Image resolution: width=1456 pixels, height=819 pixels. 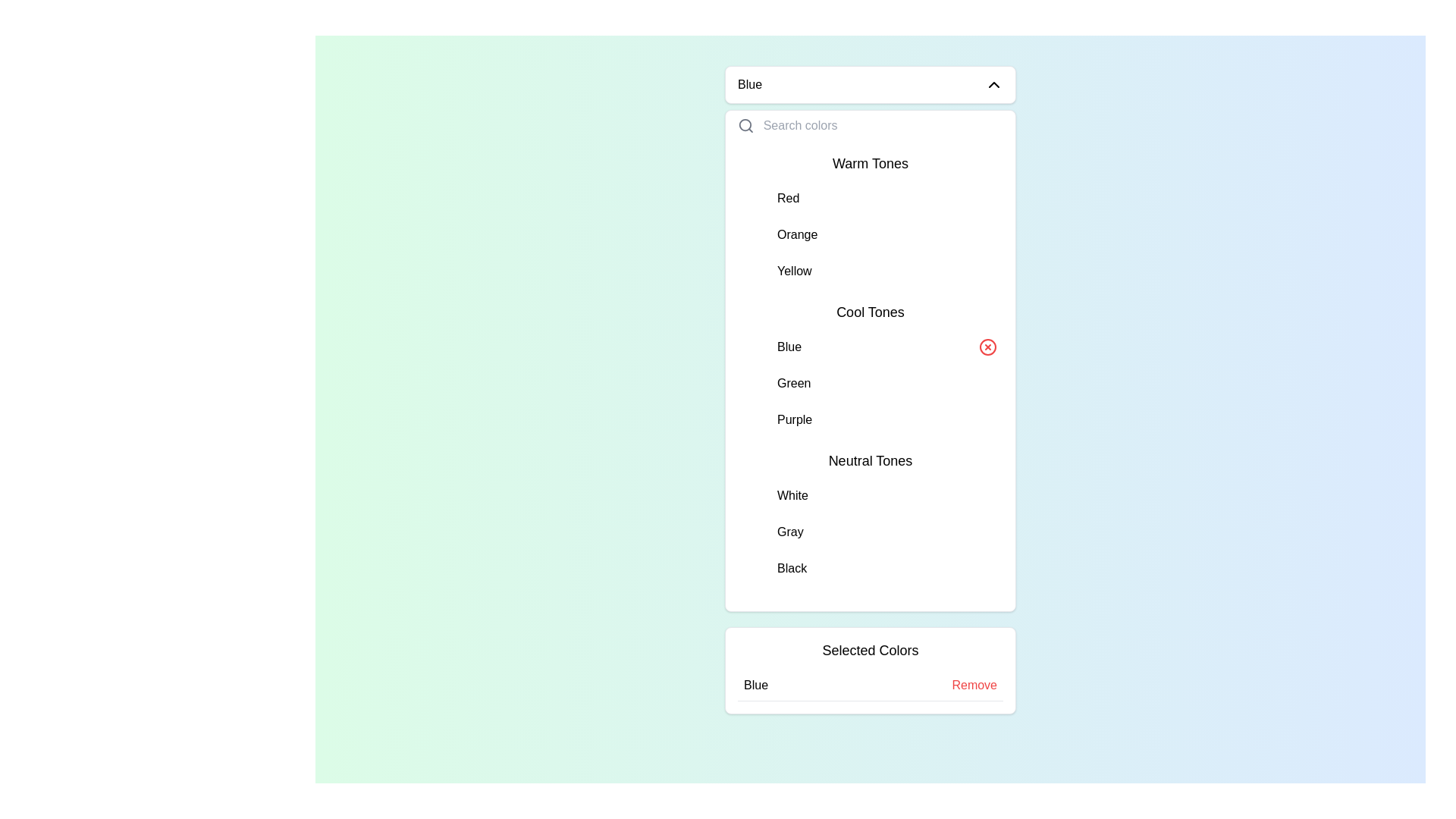 I want to click on the last list item representing the color option 'Black' located under the 'Neutral Tones' section, so click(x=870, y=568).